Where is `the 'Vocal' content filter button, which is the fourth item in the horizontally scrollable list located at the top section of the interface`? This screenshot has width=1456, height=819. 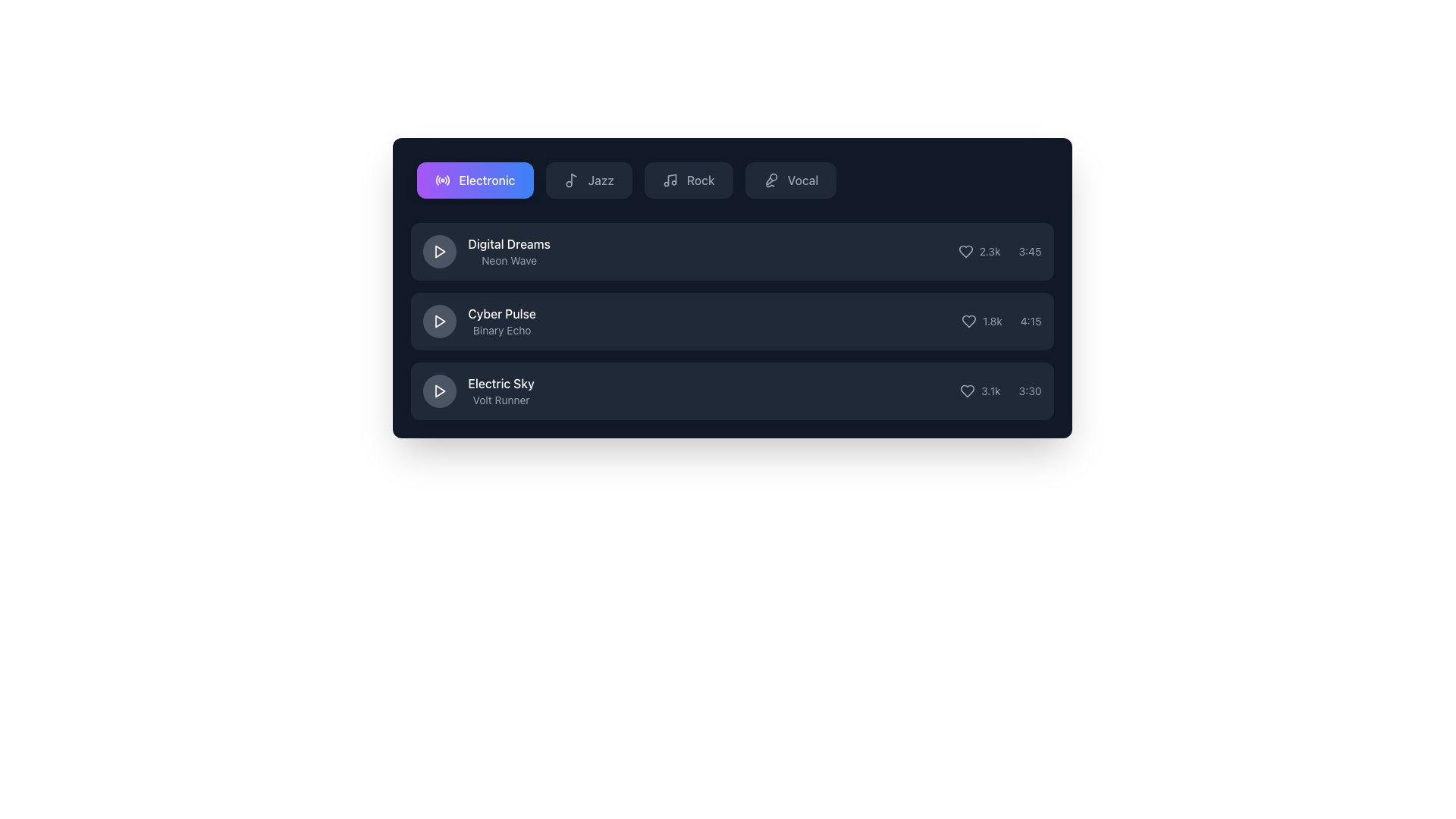
the 'Vocal' content filter button, which is the fourth item in the horizontally scrollable list located at the top section of the interface is located at coordinates (789, 180).